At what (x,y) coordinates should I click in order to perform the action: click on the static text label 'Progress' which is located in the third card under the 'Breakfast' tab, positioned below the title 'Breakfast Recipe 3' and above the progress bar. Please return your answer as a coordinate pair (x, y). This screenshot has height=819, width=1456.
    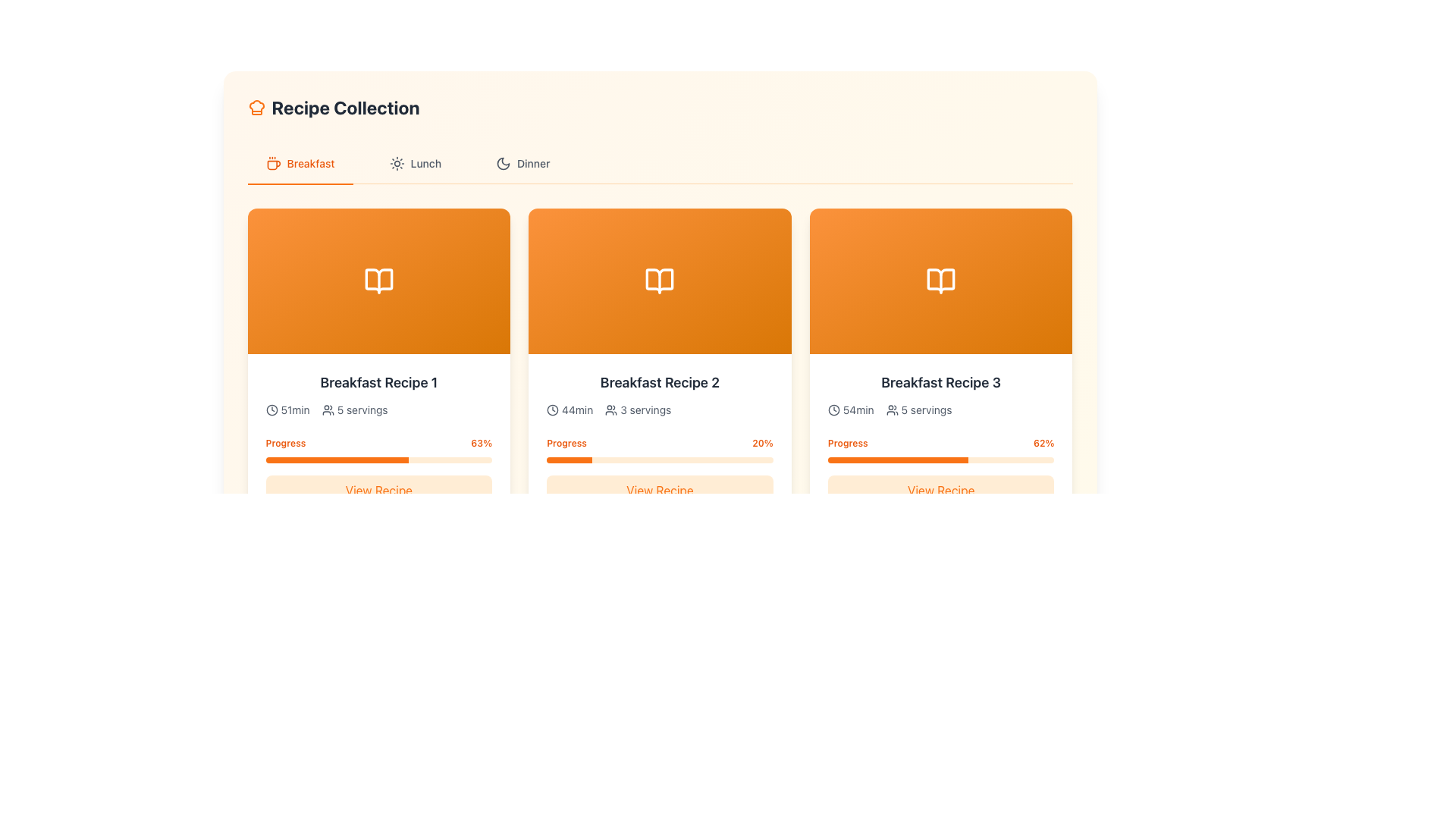
    Looking at the image, I should click on (847, 444).